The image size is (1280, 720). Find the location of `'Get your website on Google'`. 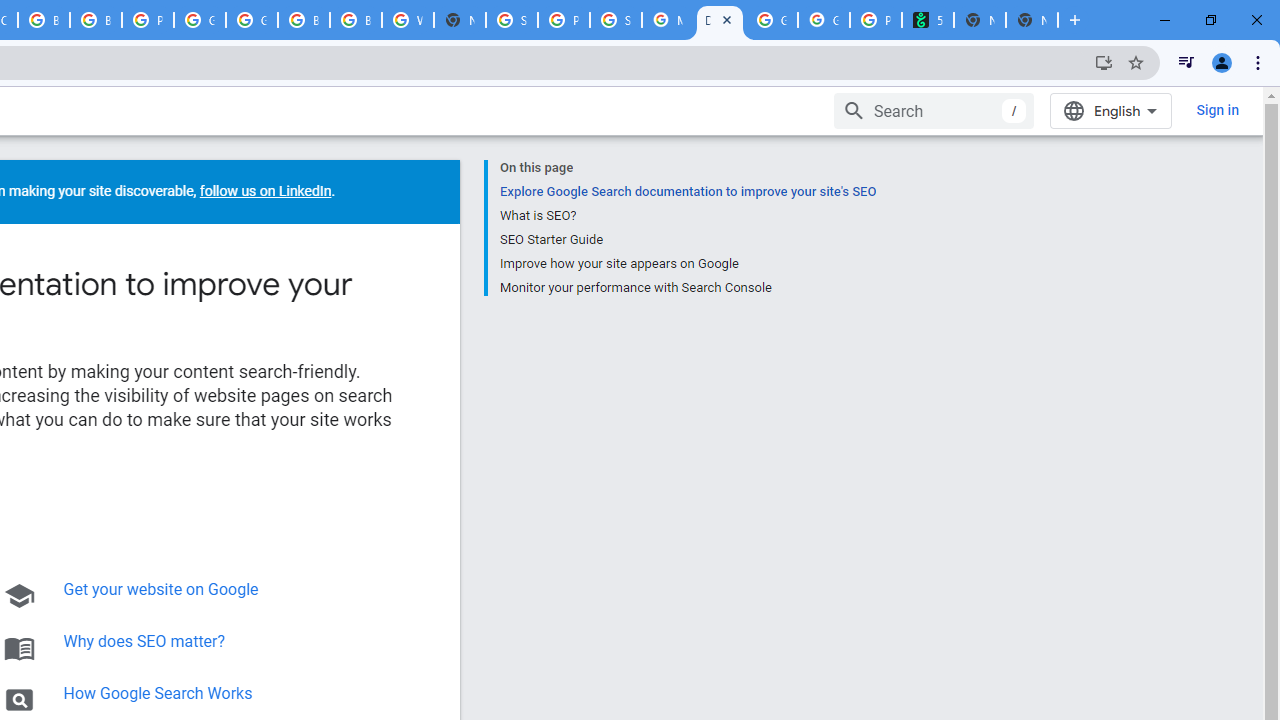

'Get your website on Google' is located at coordinates (160, 588).